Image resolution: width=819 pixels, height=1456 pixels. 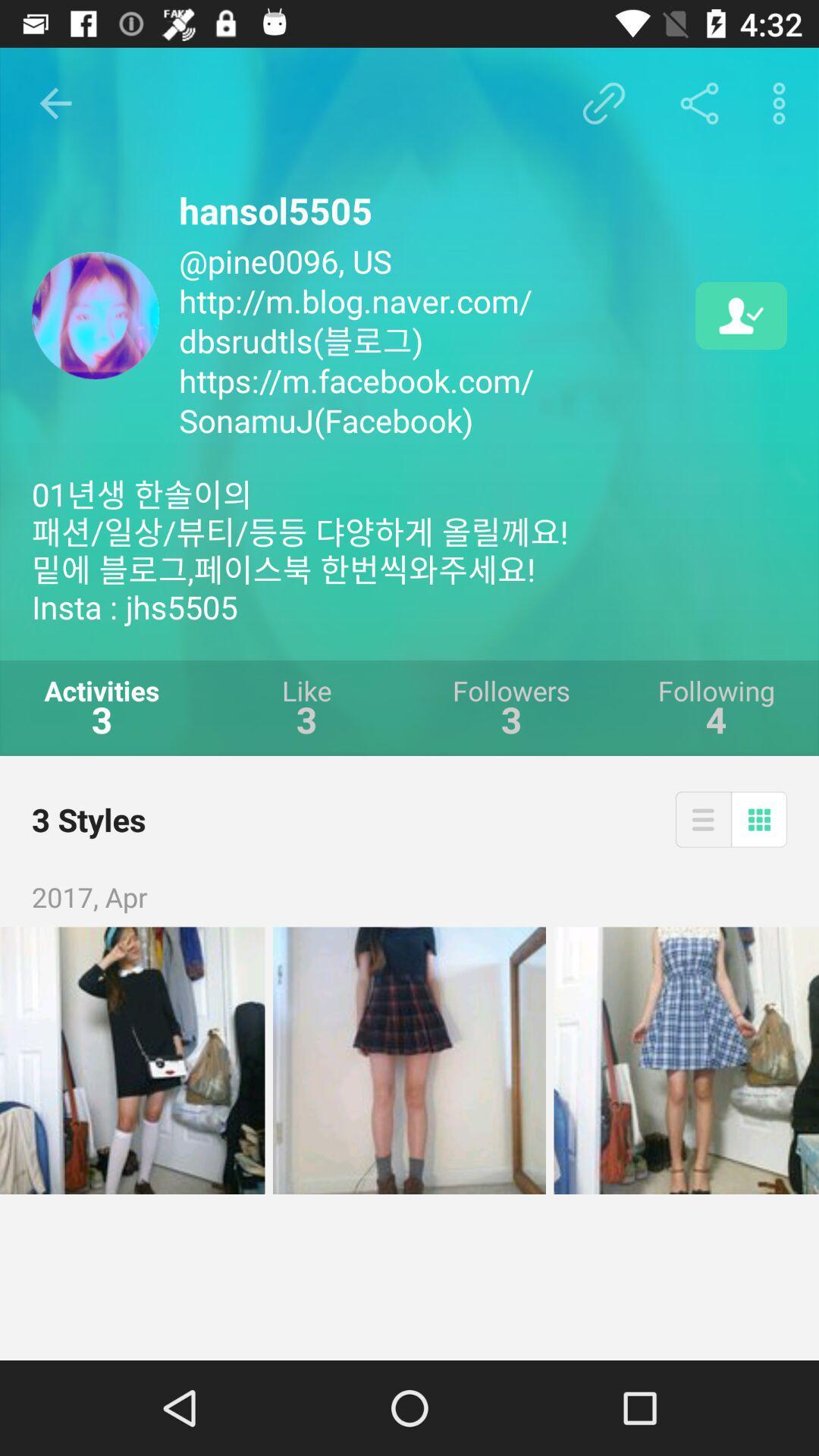 What do you see at coordinates (686, 1059) in the screenshot?
I see `selected` at bounding box center [686, 1059].